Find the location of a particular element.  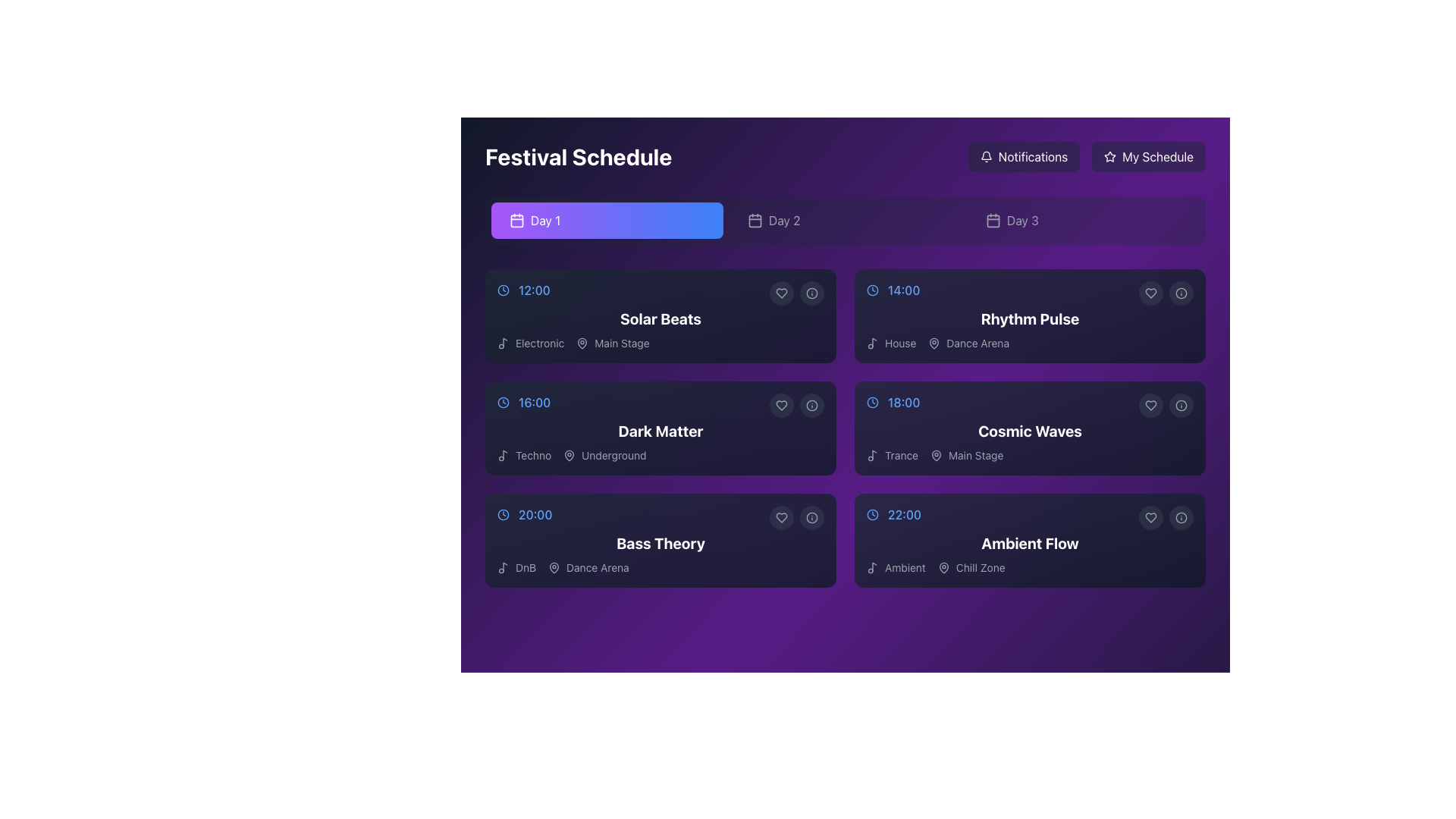

the text label indicating the music genre of the 'Dark Matter' event, located in the third row under the event box, adjacent to the musical note icon is located at coordinates (533, 455).